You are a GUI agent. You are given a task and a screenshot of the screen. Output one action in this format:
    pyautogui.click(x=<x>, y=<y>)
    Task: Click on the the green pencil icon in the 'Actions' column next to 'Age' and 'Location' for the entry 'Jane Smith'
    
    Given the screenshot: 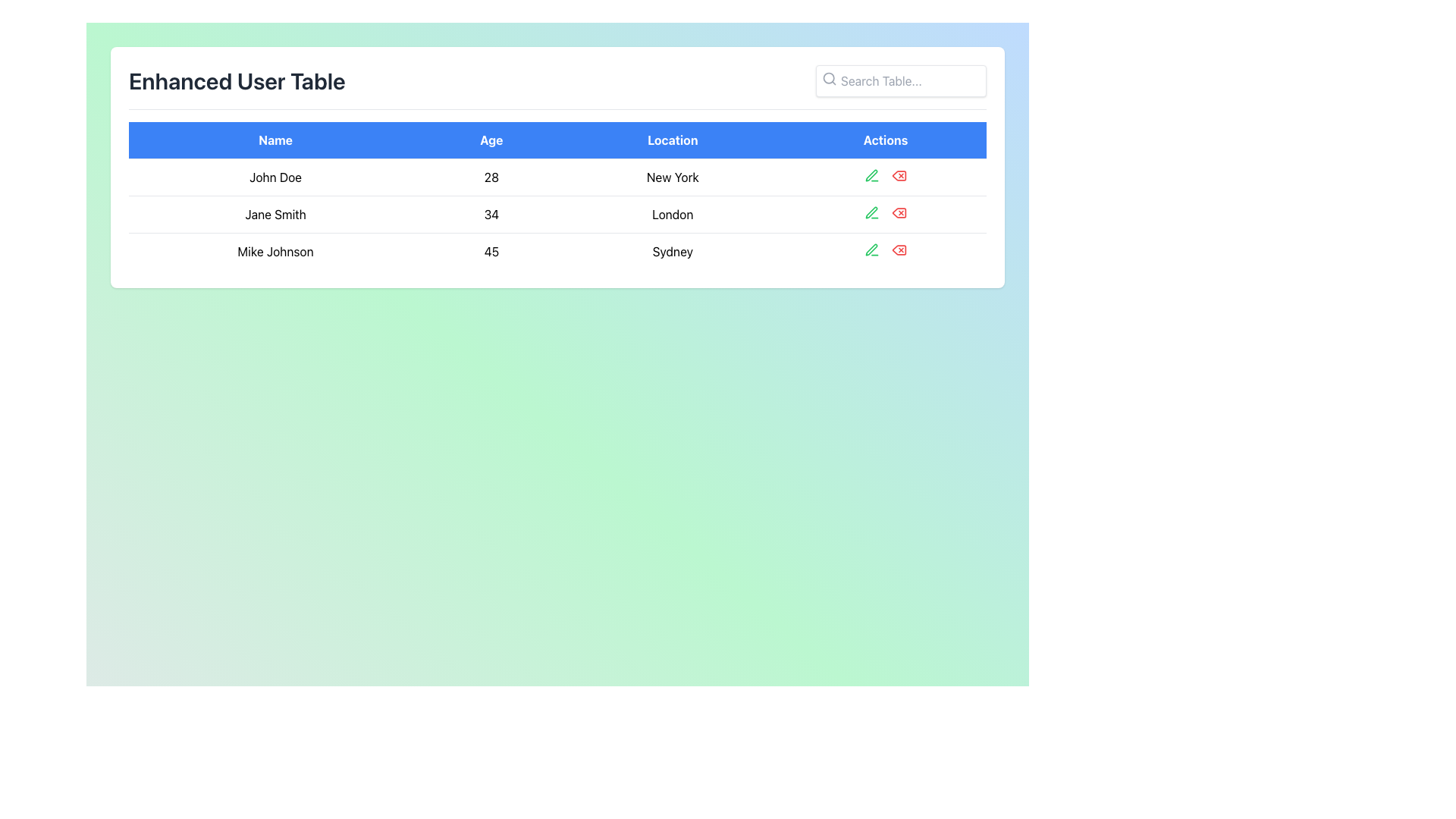 What is the action you would take?
    pyautogui.click(x=871, y=212)
    